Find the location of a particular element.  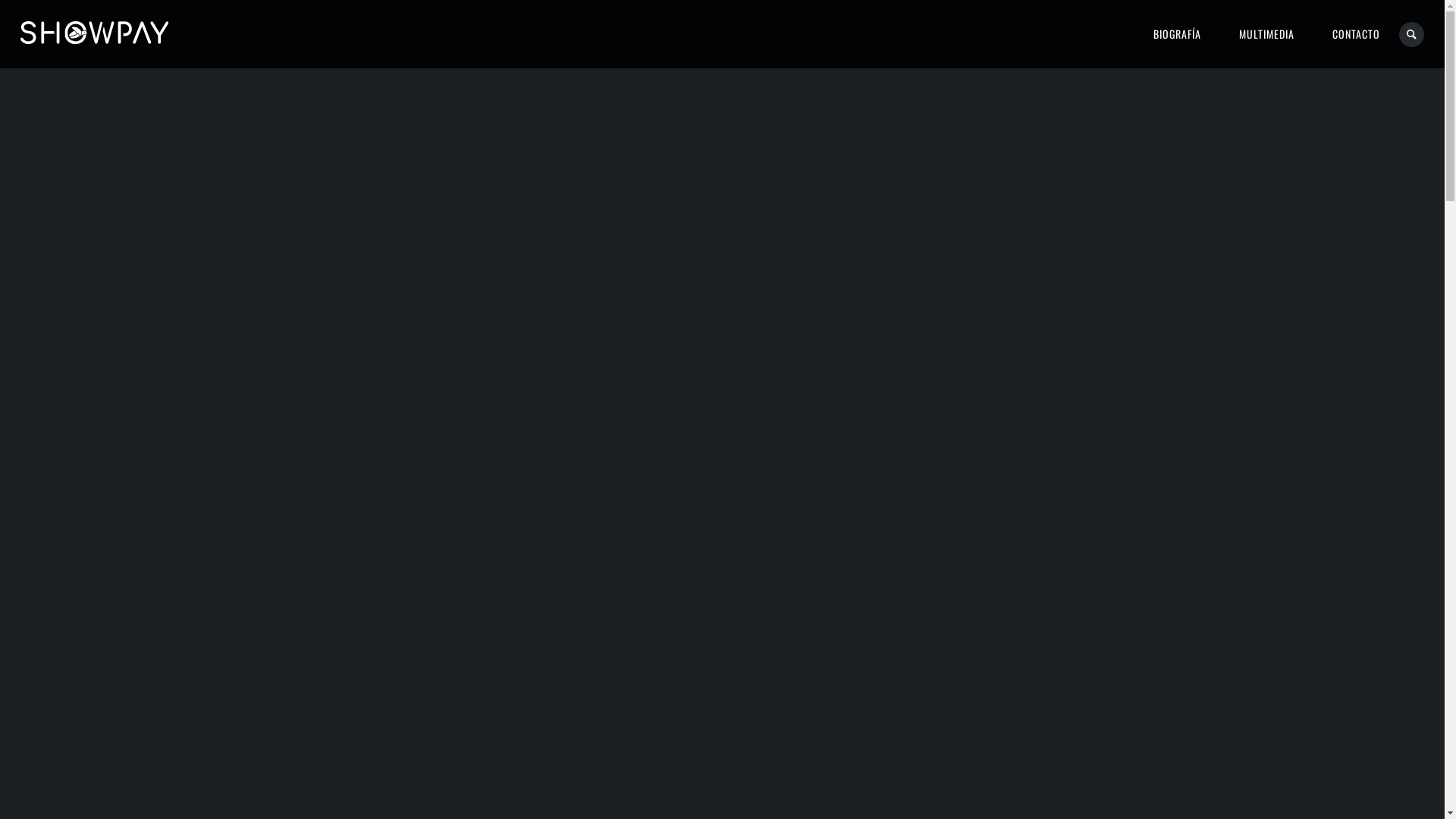

'CONTACTO' is located at coordinates (1356, 34).